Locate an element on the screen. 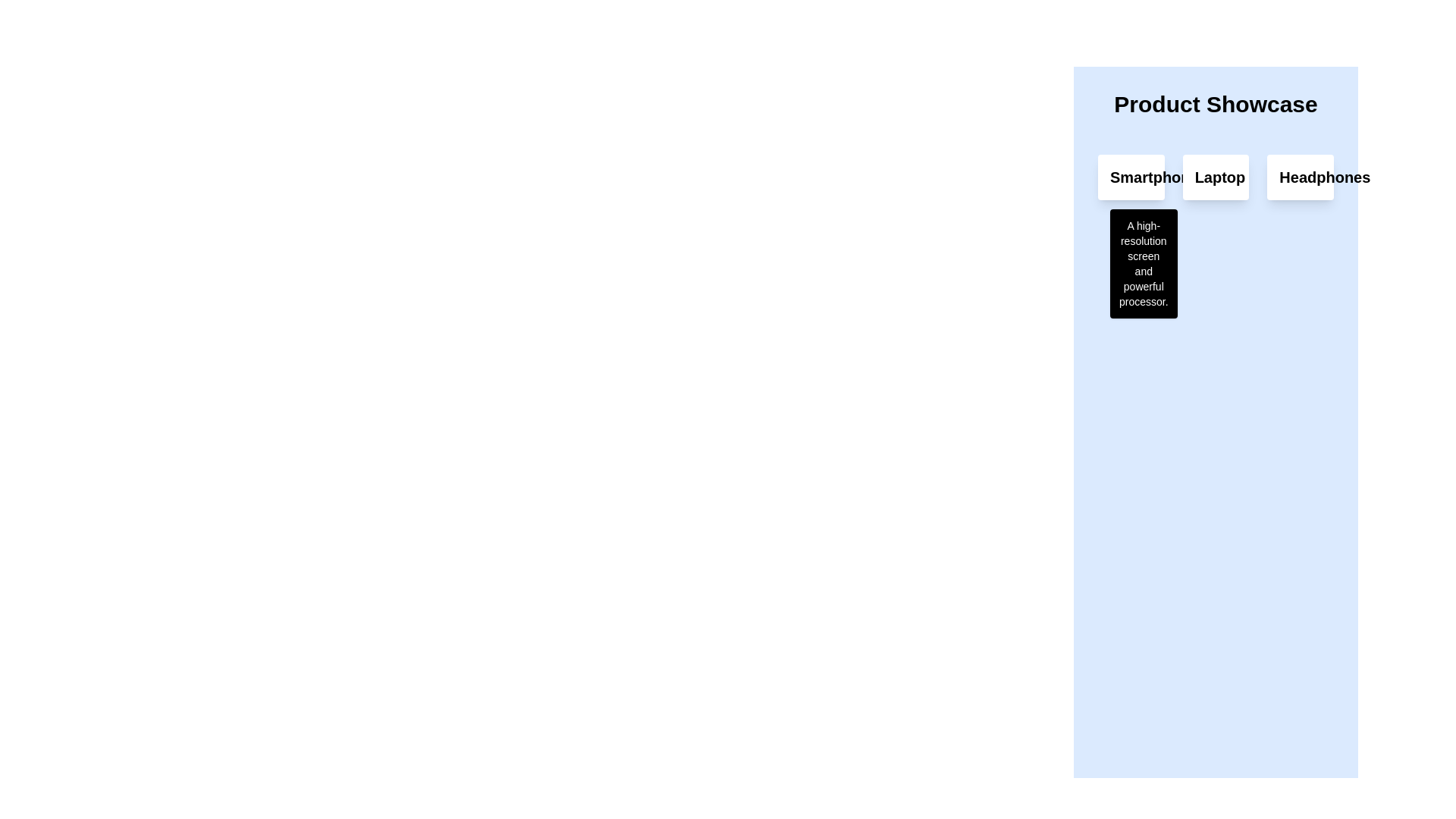  to select the rightmost Card representing a category or item in the product display interface is located at coordinates (1300, 177).